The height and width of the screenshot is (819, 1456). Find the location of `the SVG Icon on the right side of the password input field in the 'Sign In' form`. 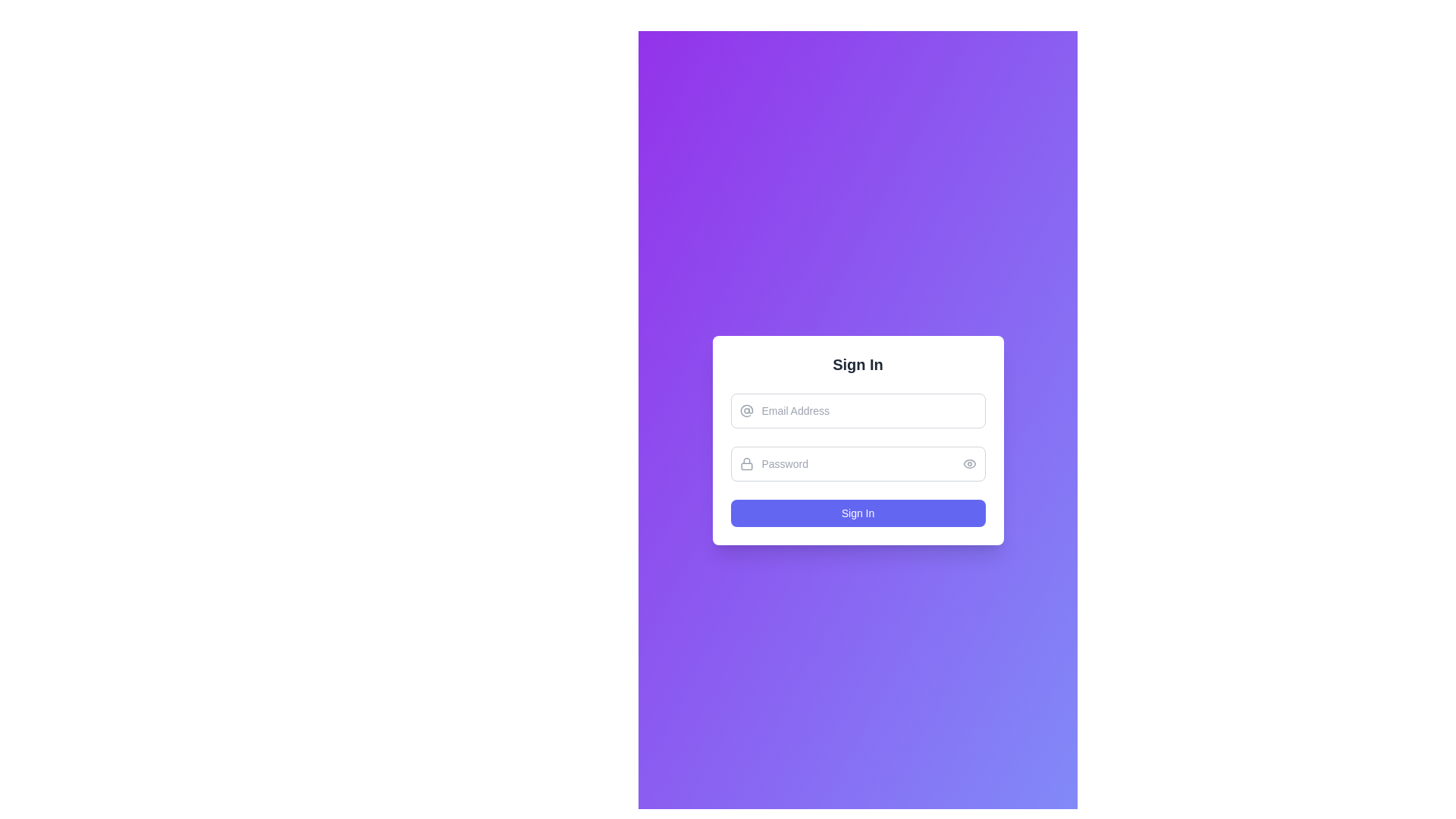

the SVG Icon on the right side of the password input field in the 'Sign In' form is located at coordinates (968, 463).